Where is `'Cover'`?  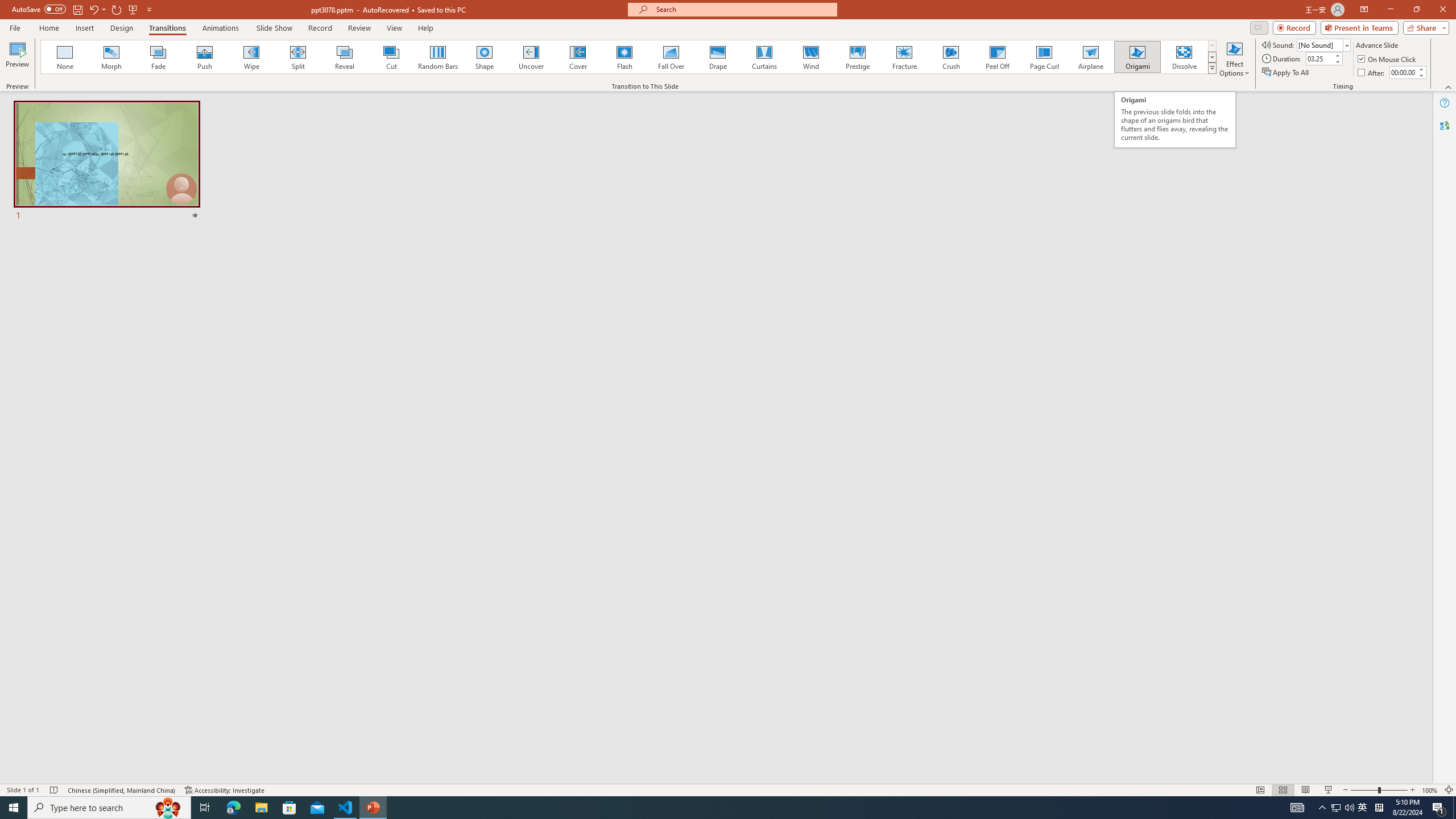
'Cover' is located at coordinates (577, 56).